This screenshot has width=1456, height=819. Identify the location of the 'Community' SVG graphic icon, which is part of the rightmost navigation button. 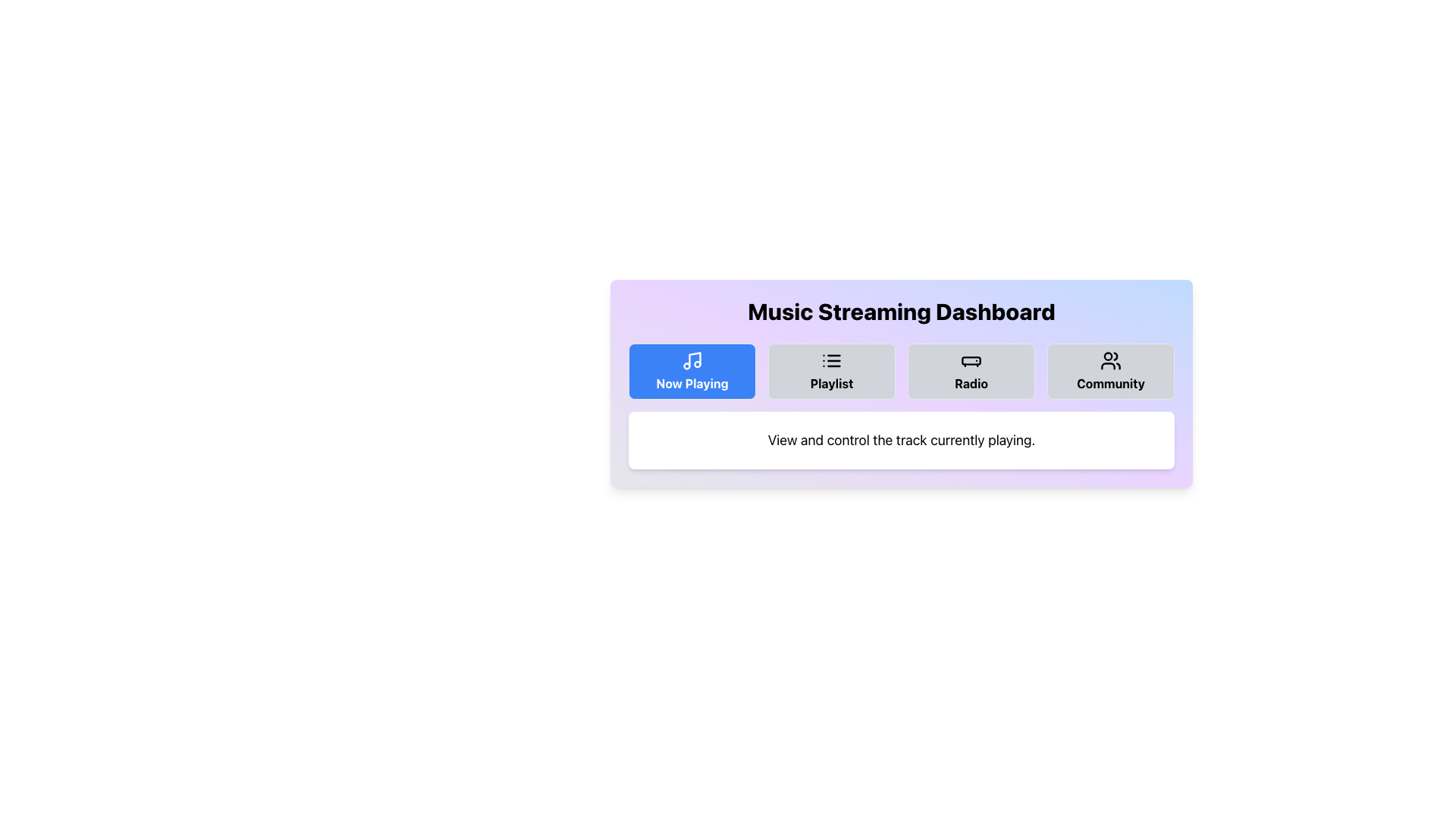
(1110, 360).